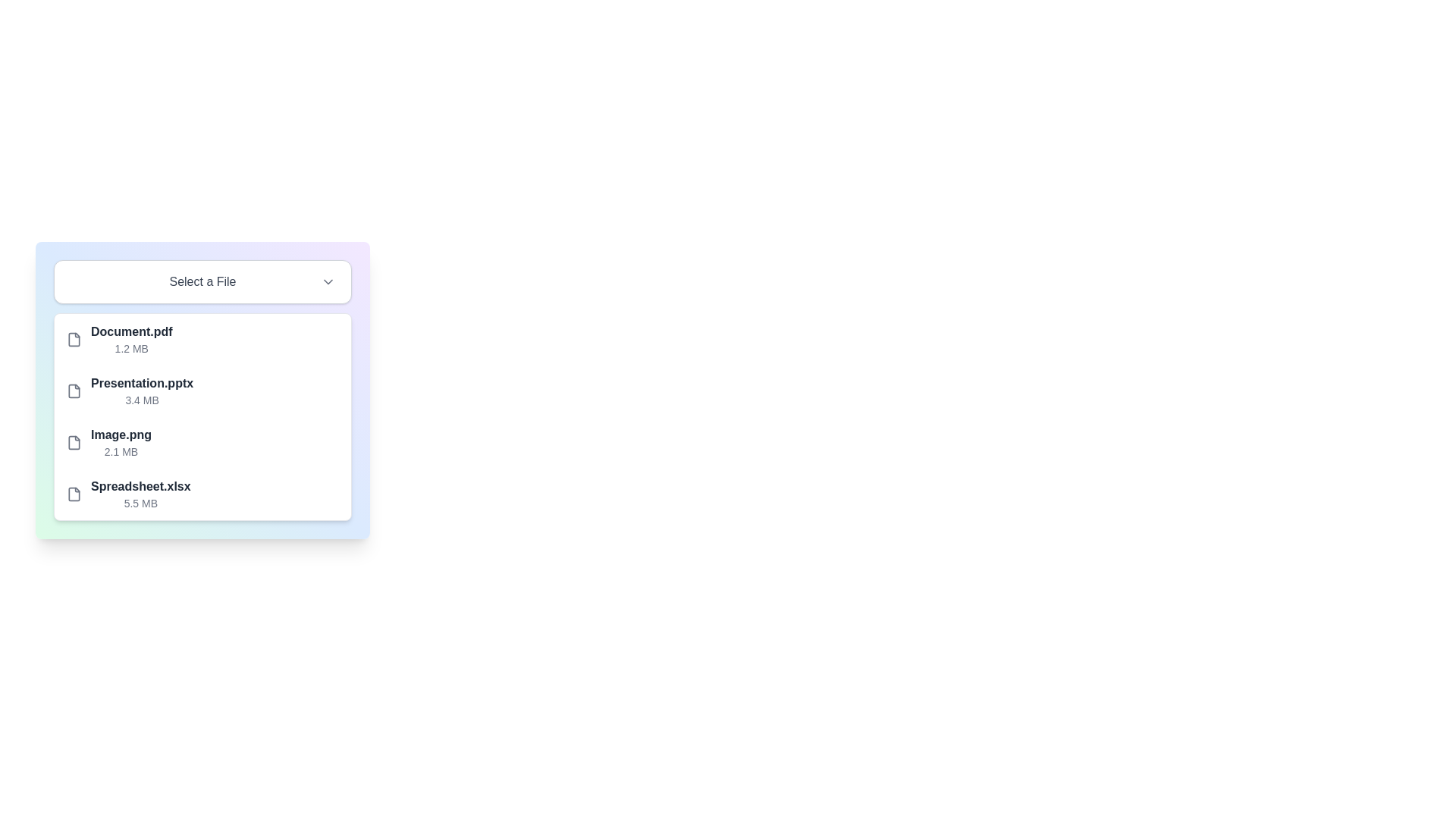 The height and width of the screenshot is (819, 1456). Describe the element at coordinates (131, 331) in the screenshot. I see `text label 'Document.pdf' at the top of the file list to identify the file` at that location.